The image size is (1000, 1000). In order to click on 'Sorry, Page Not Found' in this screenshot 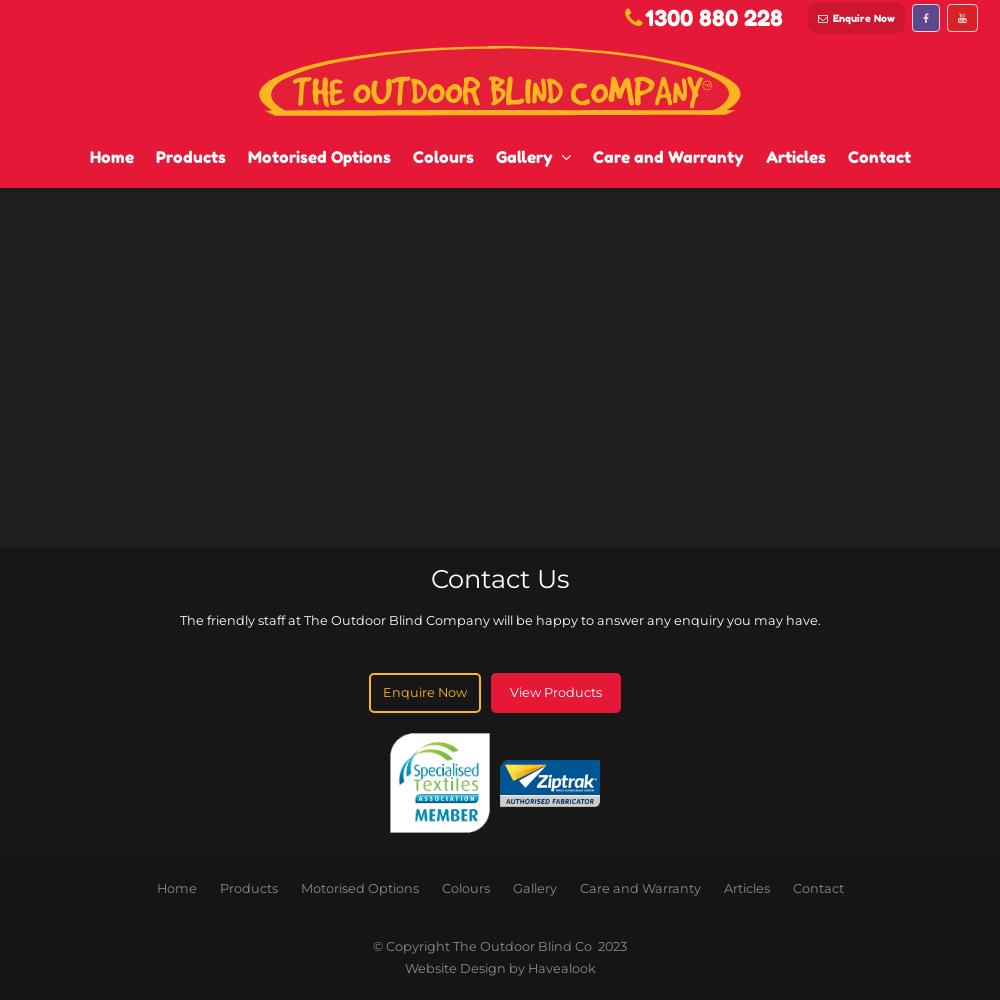, I will do `click(10, 59)`.